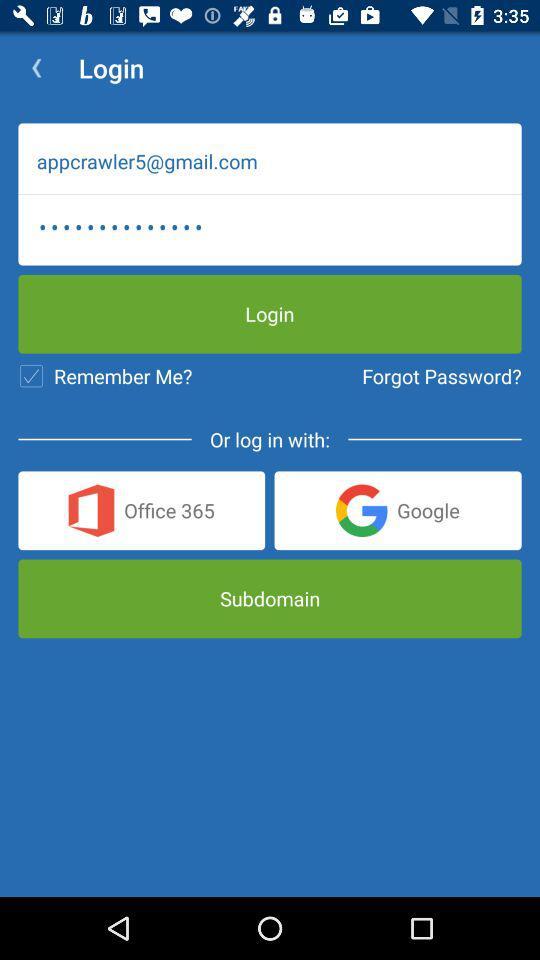 The height and width of the screenshot is (960, 540). What do you see at coordinates (36, 68) in the screenshot?
I see `item above the appcrawler5@gmail.com item` at bounding box center [36, 68].